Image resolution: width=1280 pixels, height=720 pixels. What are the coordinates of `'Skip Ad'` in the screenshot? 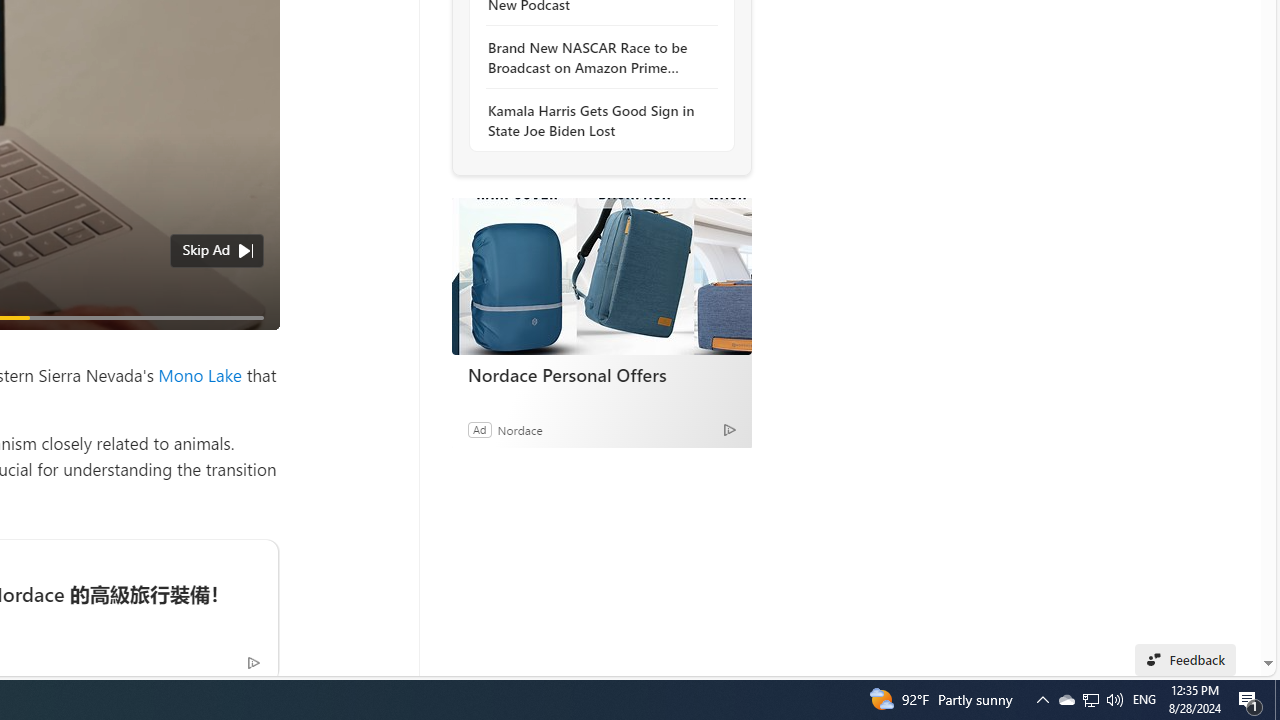 It's located at (206, 248).